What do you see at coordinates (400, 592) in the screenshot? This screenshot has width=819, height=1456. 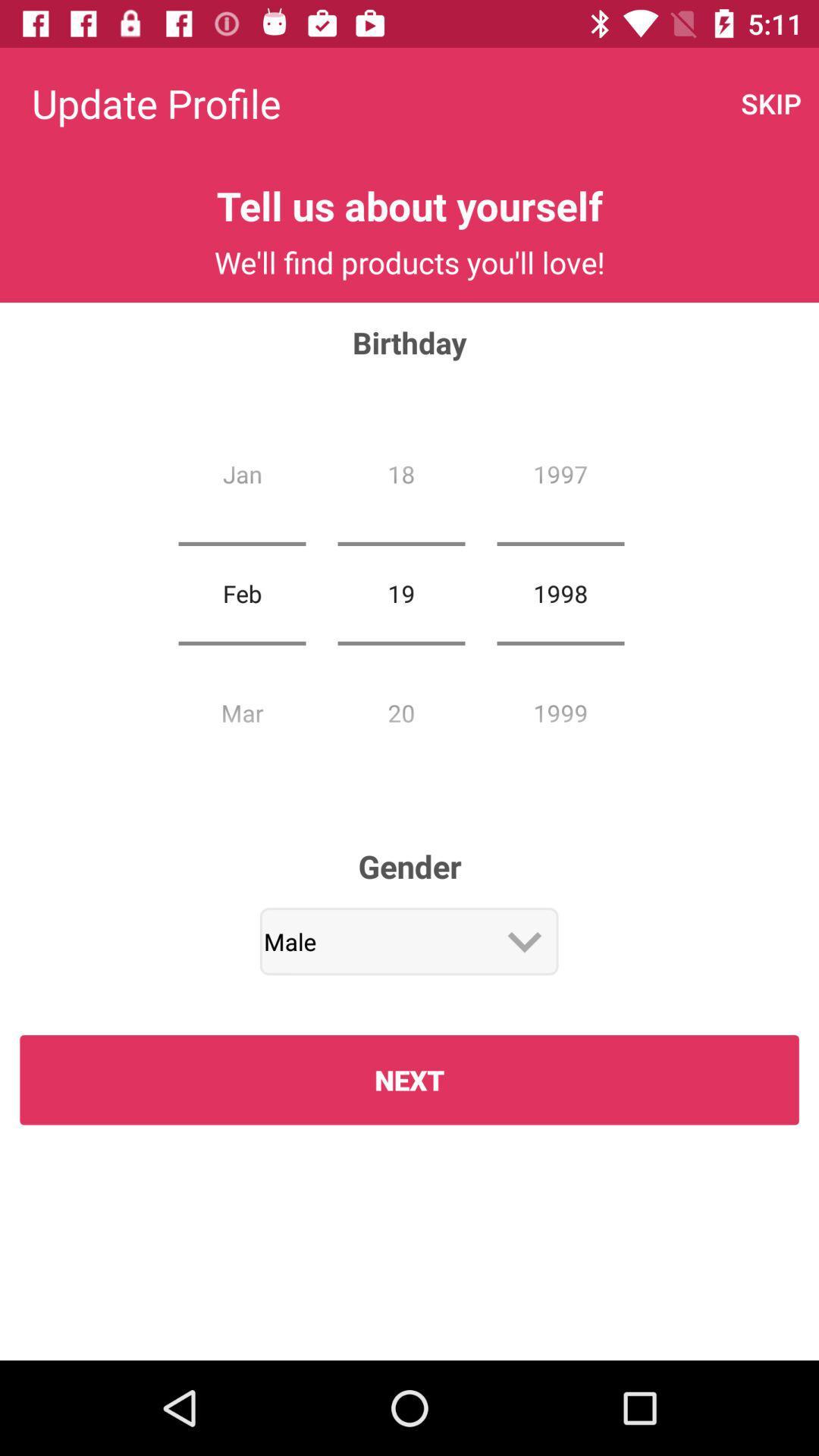 I see `the 19` at bounding box center [400, 592].